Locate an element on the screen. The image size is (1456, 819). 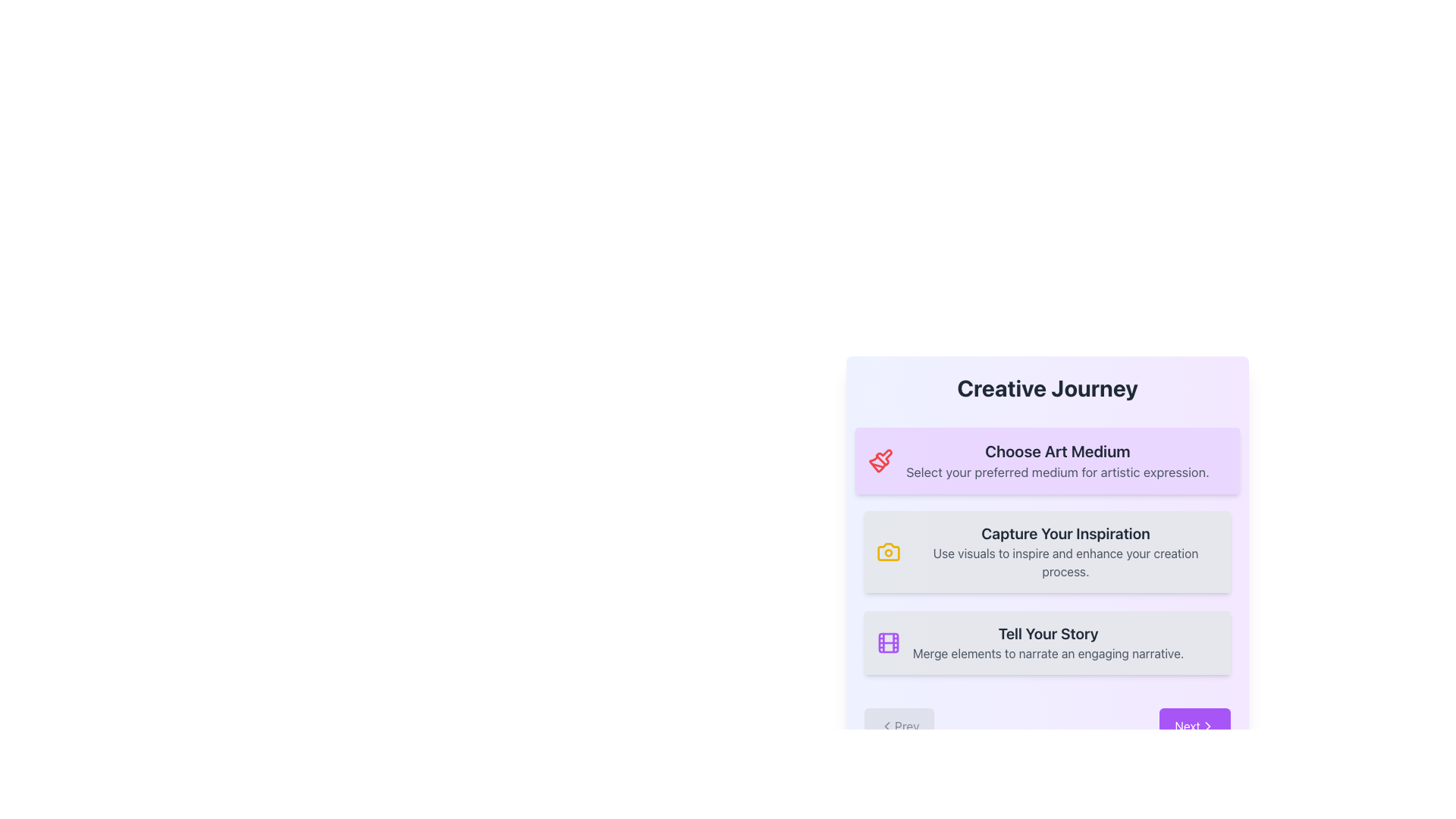
the 'Tell Your Story' icon which is the third option in a vertical list, located left of the text 'Tell Your Story' is located at coordinates (888, 643).